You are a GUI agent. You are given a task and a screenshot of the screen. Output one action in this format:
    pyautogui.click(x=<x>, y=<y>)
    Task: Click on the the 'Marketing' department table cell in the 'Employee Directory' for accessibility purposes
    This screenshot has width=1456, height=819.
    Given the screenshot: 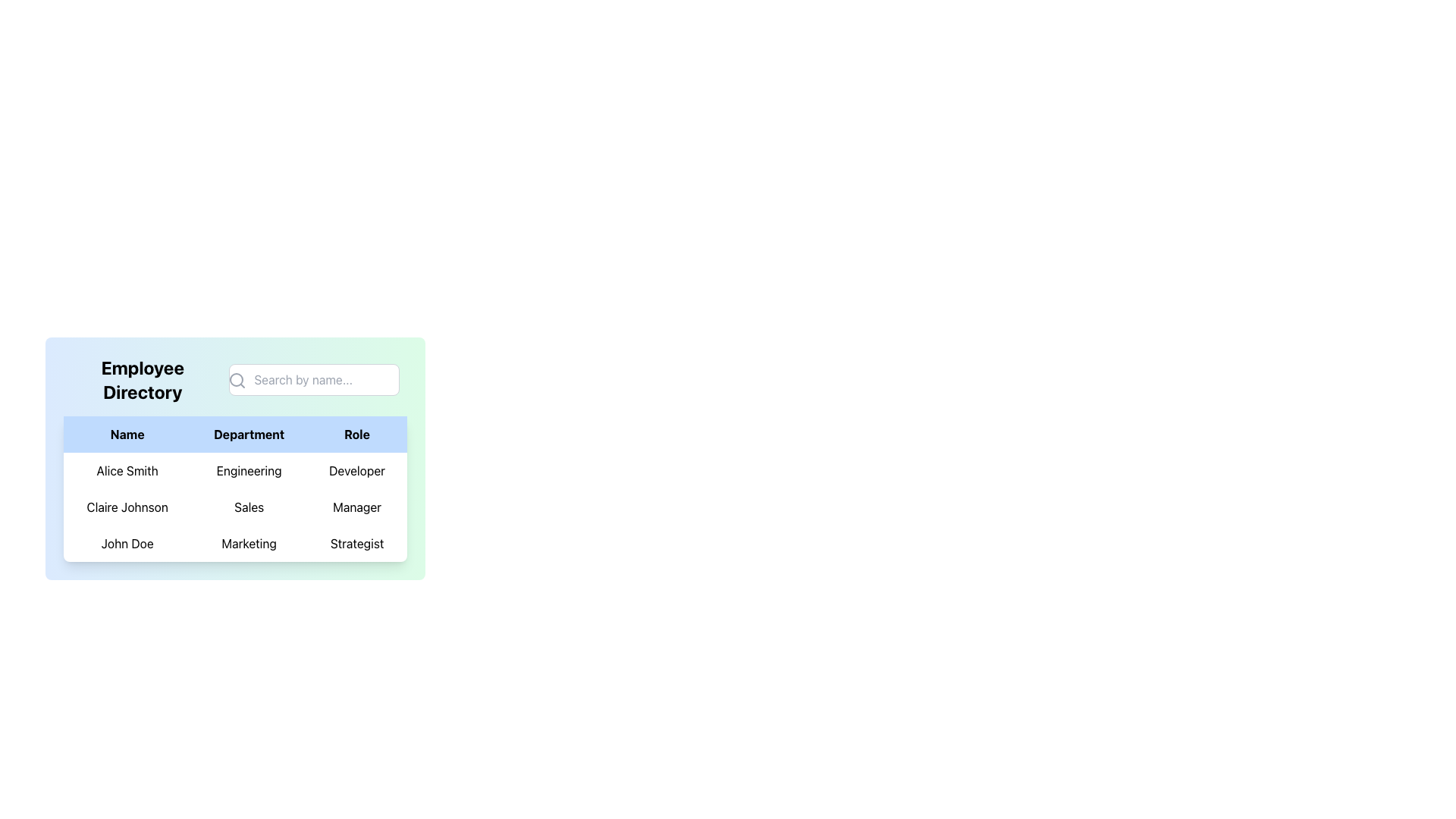 What is the action you would take?
    pyautogui.click(x=249, y=543)
    